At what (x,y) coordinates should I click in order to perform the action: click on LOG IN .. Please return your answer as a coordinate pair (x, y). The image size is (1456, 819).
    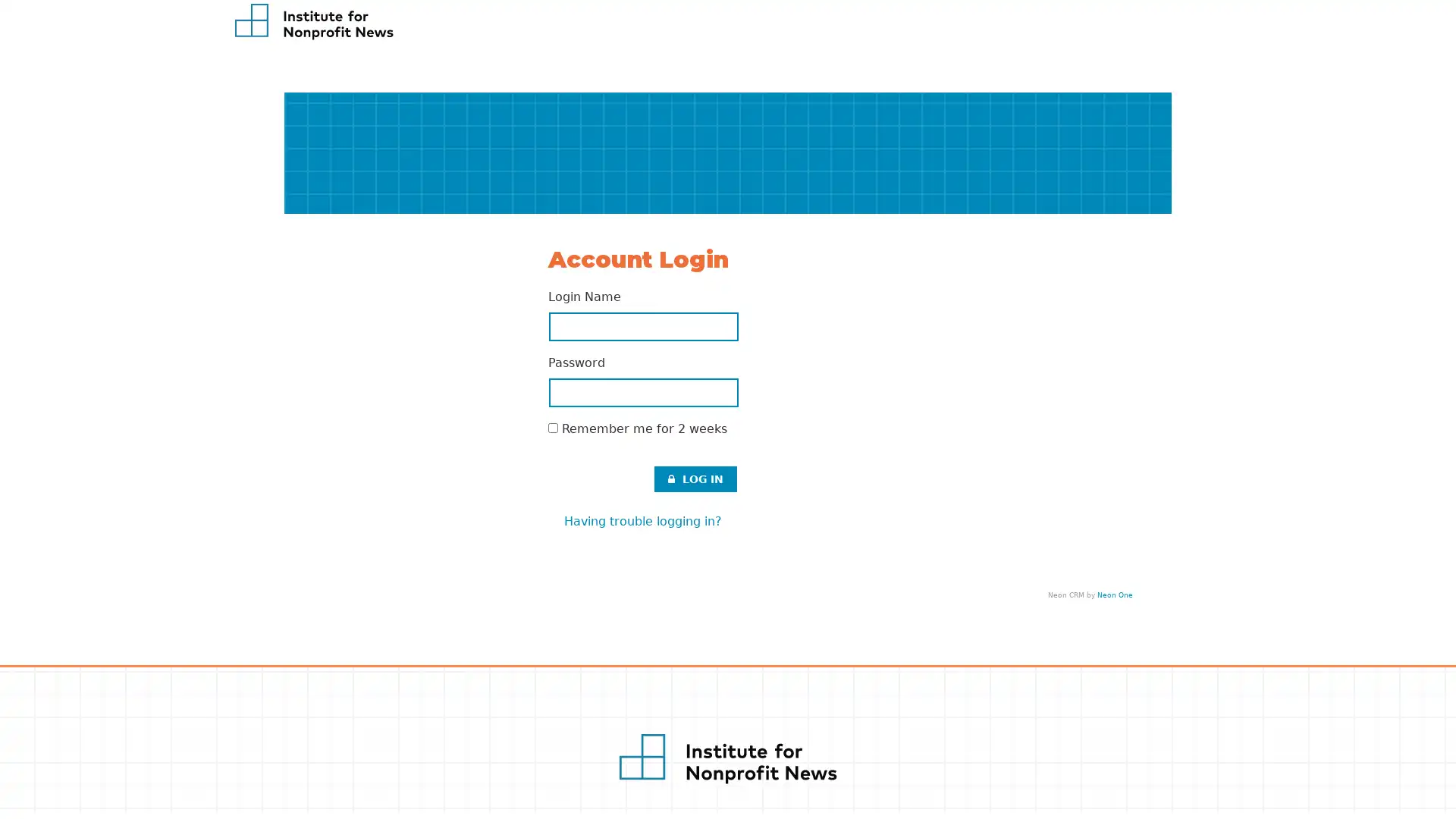
    Looking at the image, I should click on (694, 493).